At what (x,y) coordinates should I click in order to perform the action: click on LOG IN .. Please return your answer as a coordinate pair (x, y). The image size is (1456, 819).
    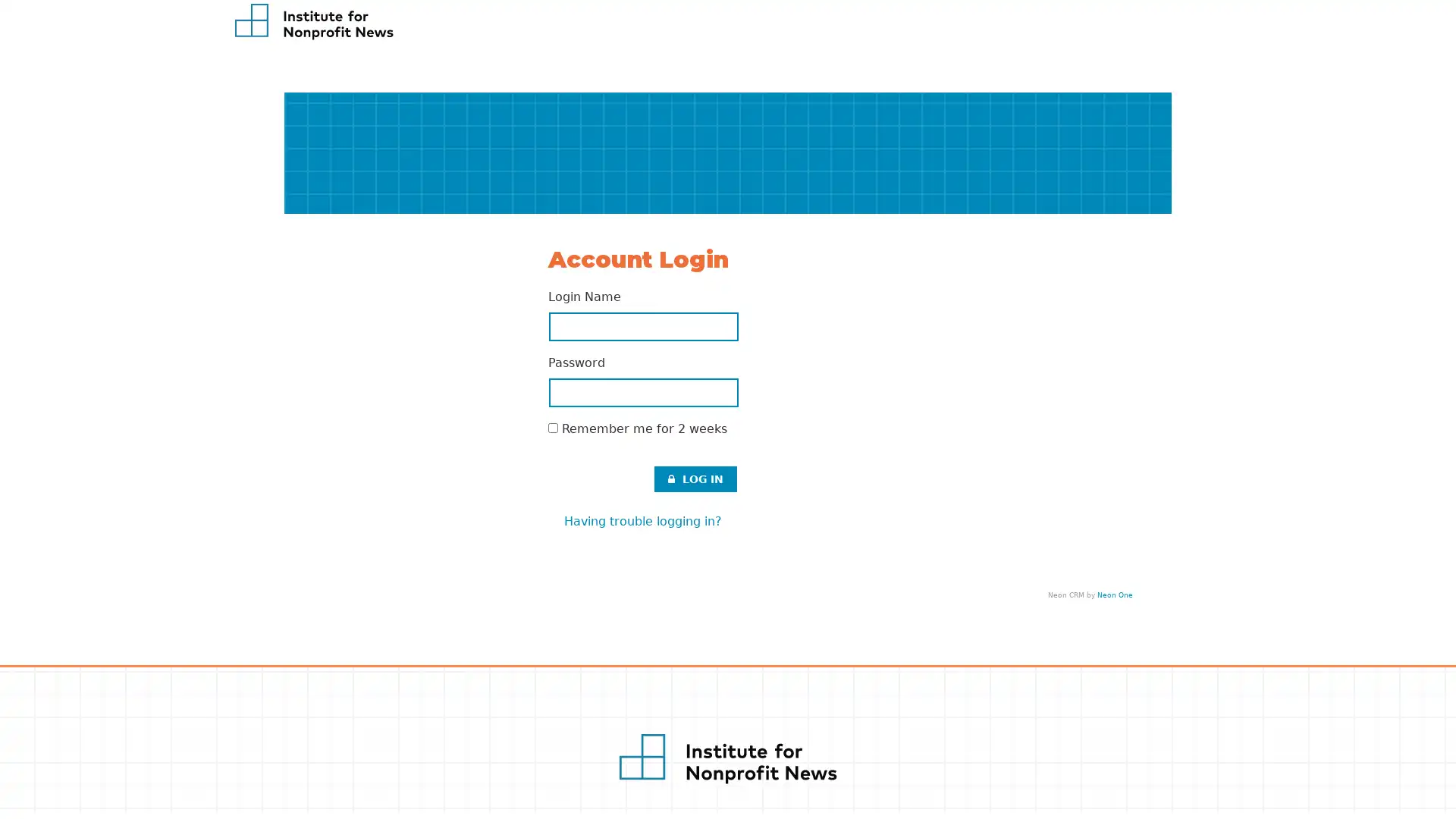
    Looking at the image, I should click on (694, 493).